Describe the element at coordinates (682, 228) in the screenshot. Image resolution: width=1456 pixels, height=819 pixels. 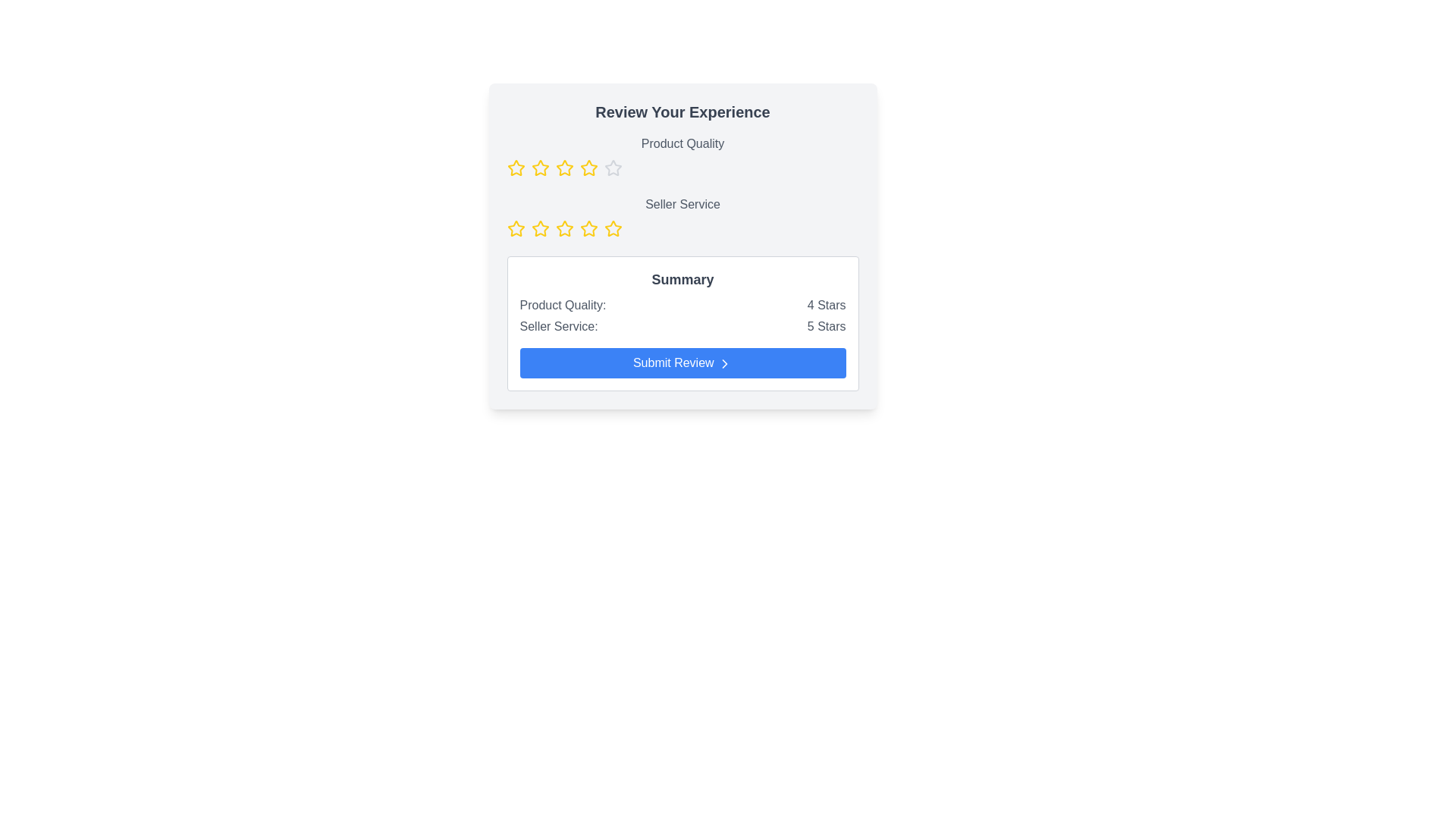
I see `the star in the A star rating component located below the 'Seller Service' title` at that location.